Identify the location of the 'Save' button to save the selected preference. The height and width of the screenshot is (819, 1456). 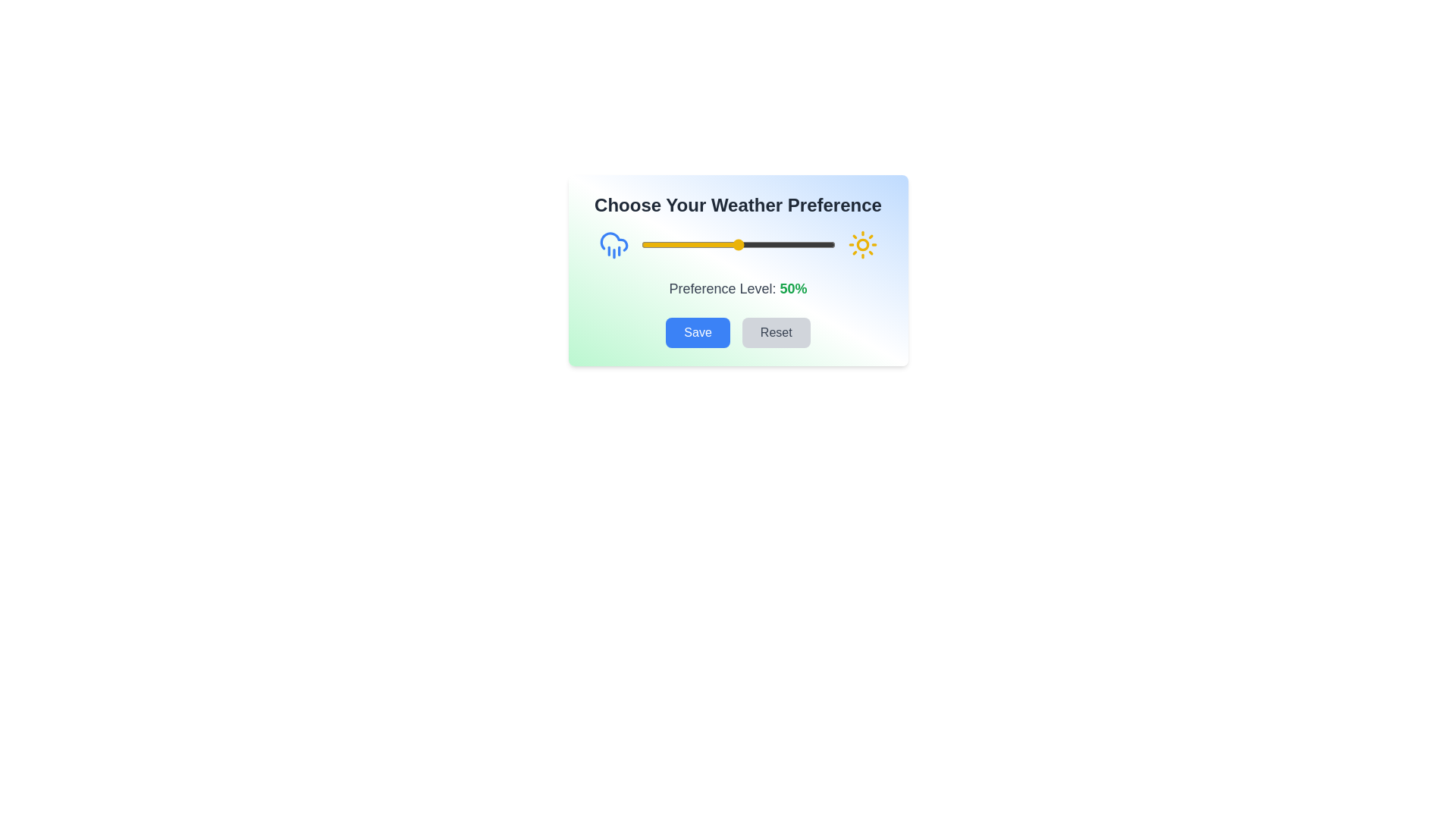
(697, 332).